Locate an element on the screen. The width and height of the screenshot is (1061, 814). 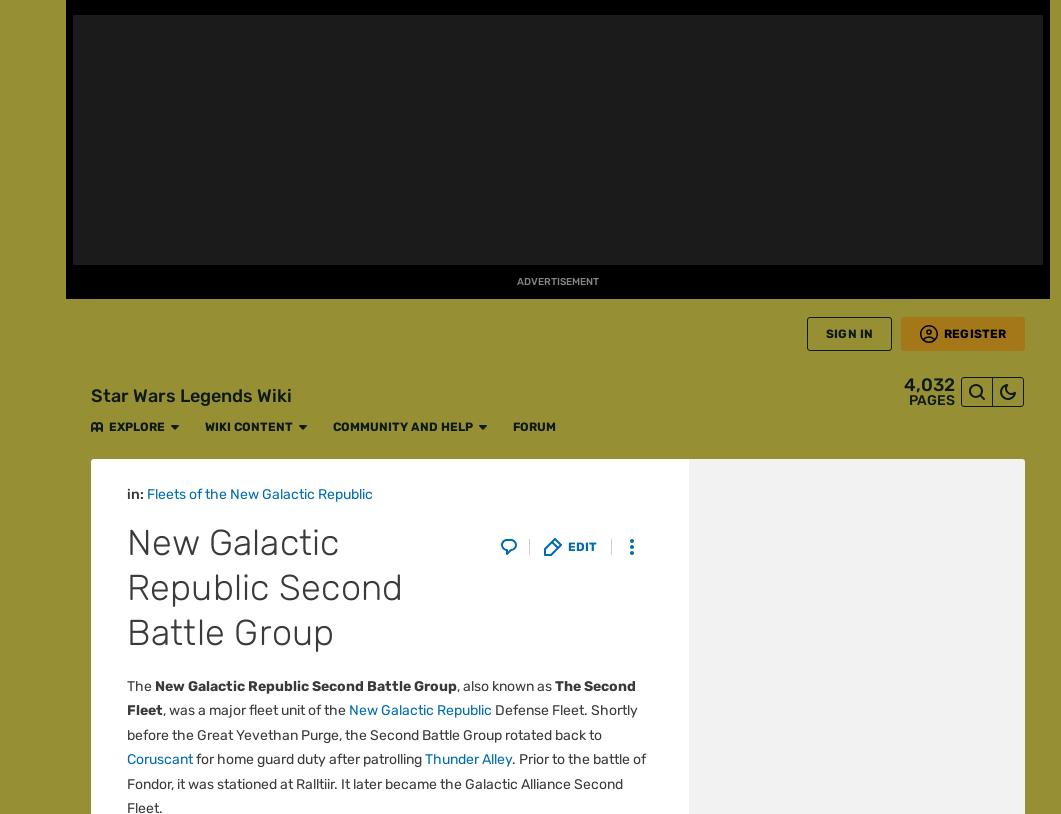
'Wikis' is located at coordinates (32, 644).